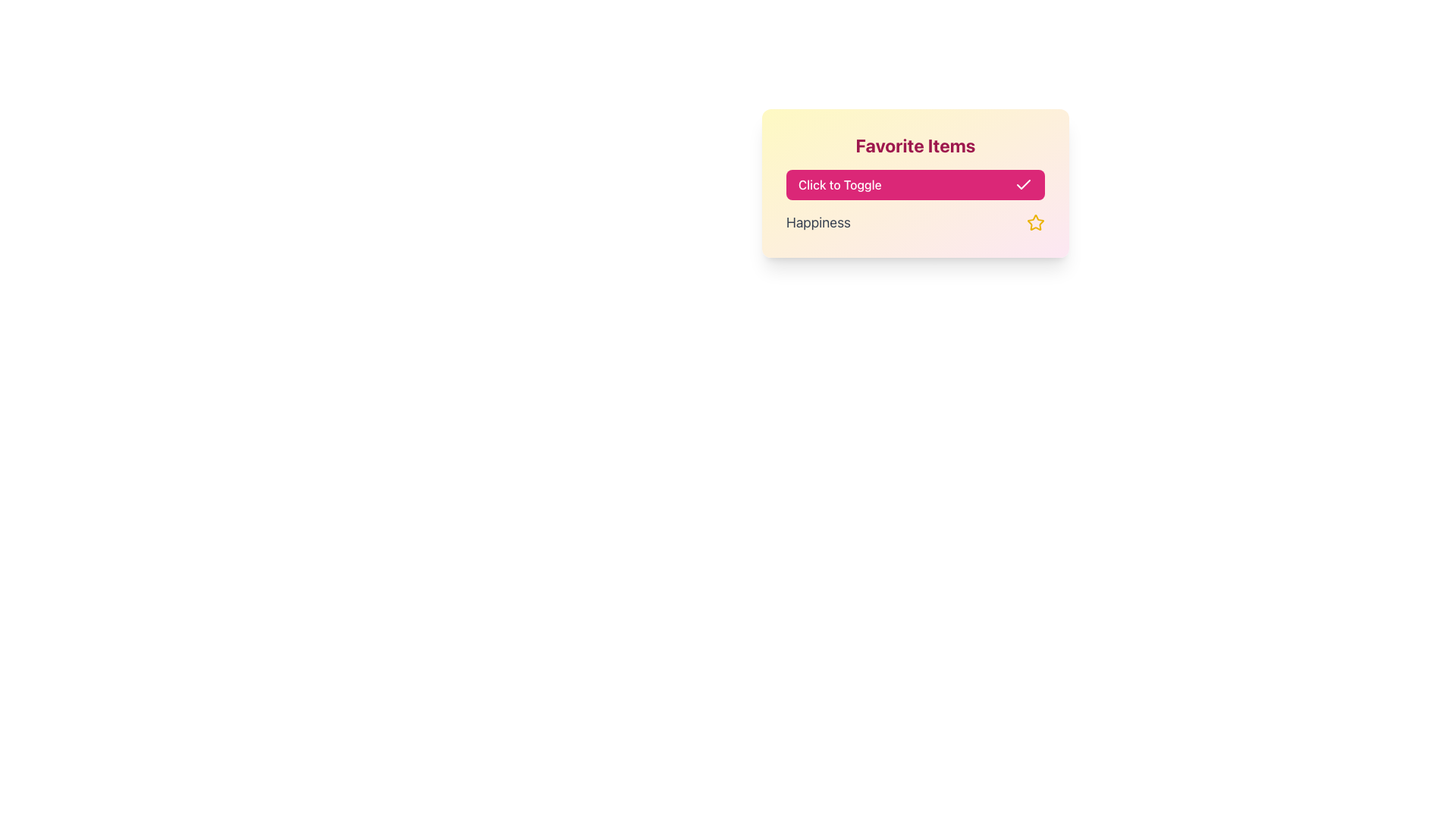  Describe the element at coordinates (1023, 184) in the screenshot. I see `the check icon styled in white with a rounded stroke located within a pink button next to the text 'Click` at that location.